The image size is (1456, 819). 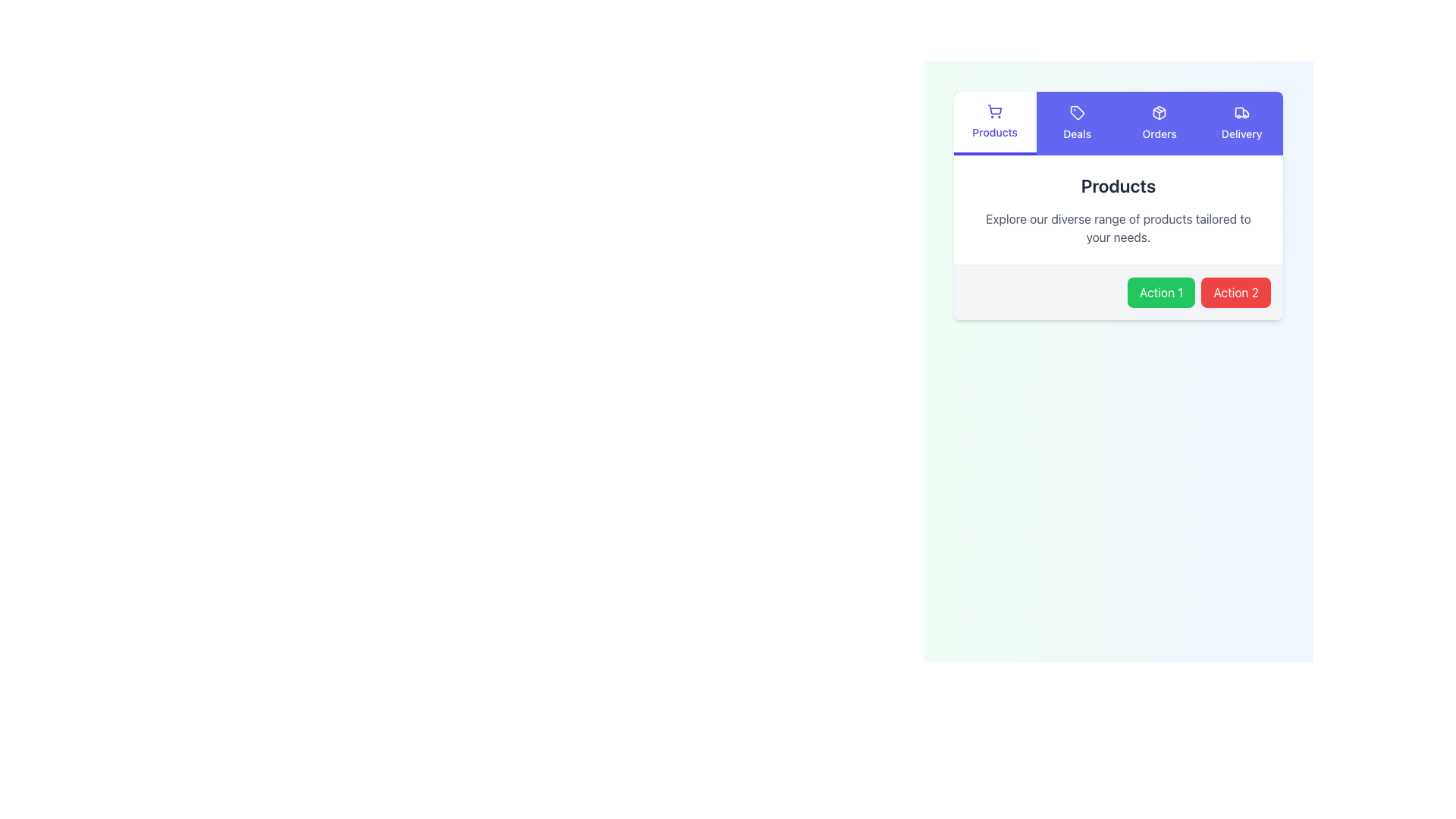 I want to click on the 'Orders' menu item, which features a package icon above the text on a blue background, positioned between 'Deals' and 'Delivery' in the navigation bar, so click(x=1159, y=122).